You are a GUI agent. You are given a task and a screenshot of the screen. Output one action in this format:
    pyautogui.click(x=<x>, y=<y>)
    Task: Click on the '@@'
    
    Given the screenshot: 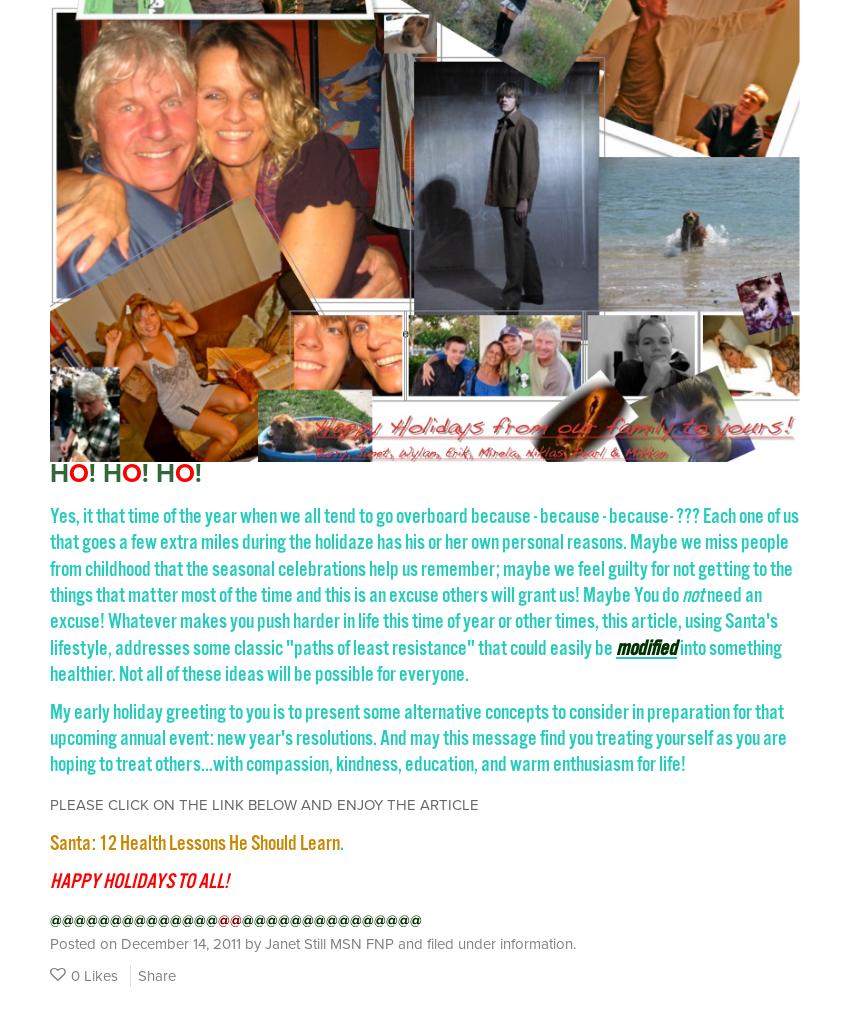 What is the action you would take?
    pyautogui.click(x=230, y=919)
    